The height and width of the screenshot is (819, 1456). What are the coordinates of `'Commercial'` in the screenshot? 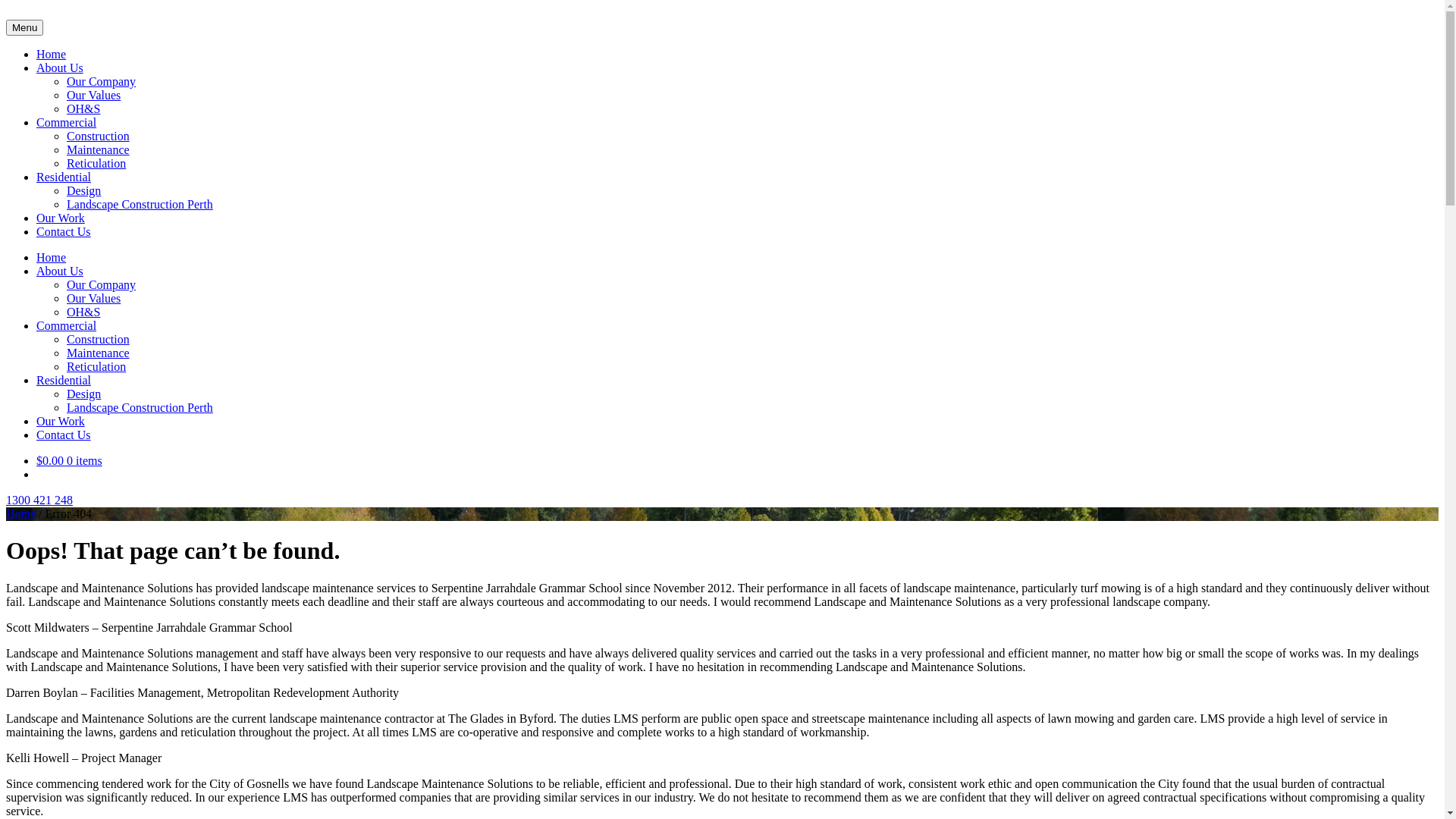 It's located at (65, 325).